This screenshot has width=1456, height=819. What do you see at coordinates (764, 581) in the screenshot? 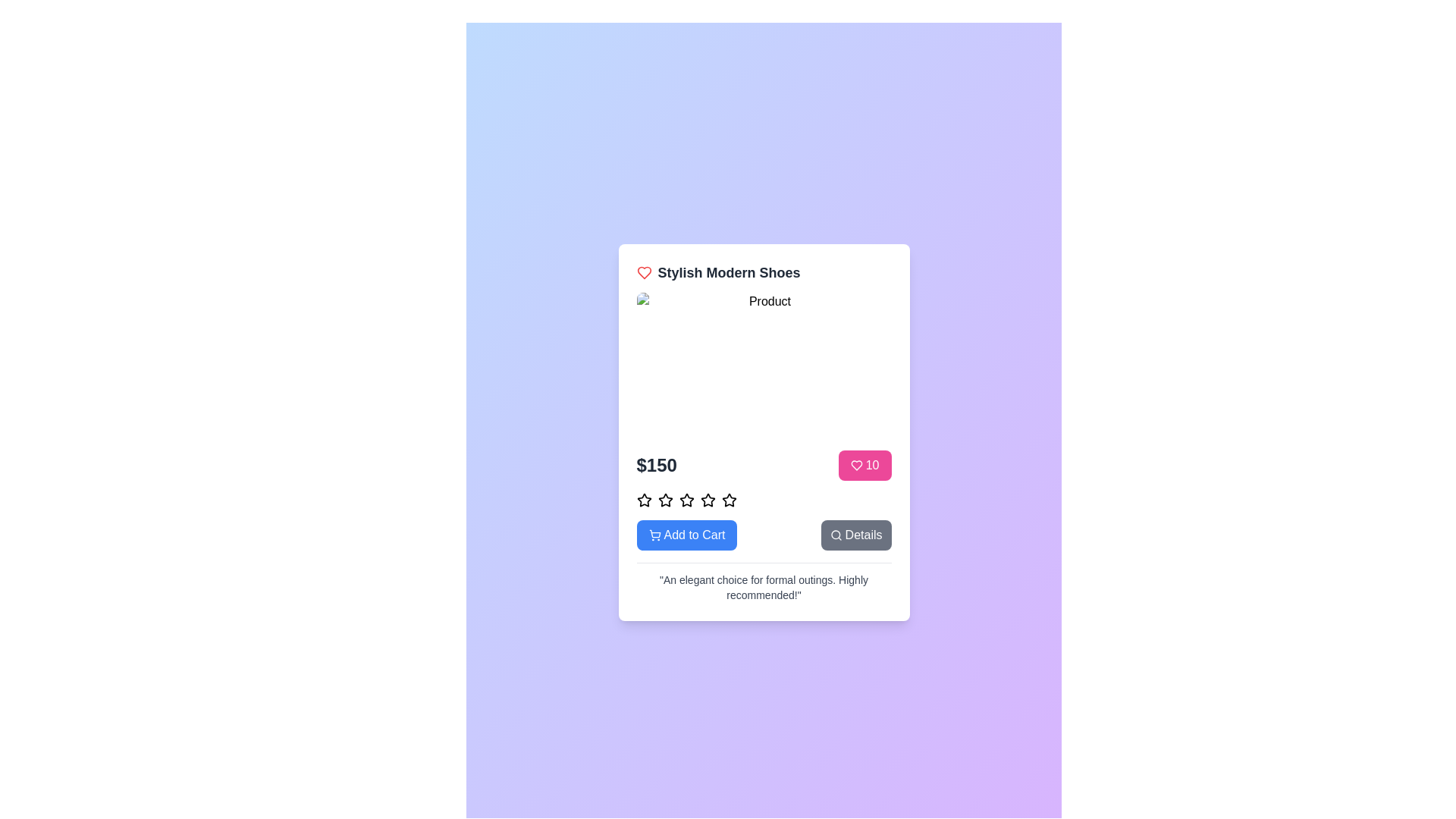
I see `customer review text located in the text block styled in a smaller greyish font, positioned at the bottom of the product card, below the 'Add to Cart' and 'Details' buttons` at bounding box center [764, 581].